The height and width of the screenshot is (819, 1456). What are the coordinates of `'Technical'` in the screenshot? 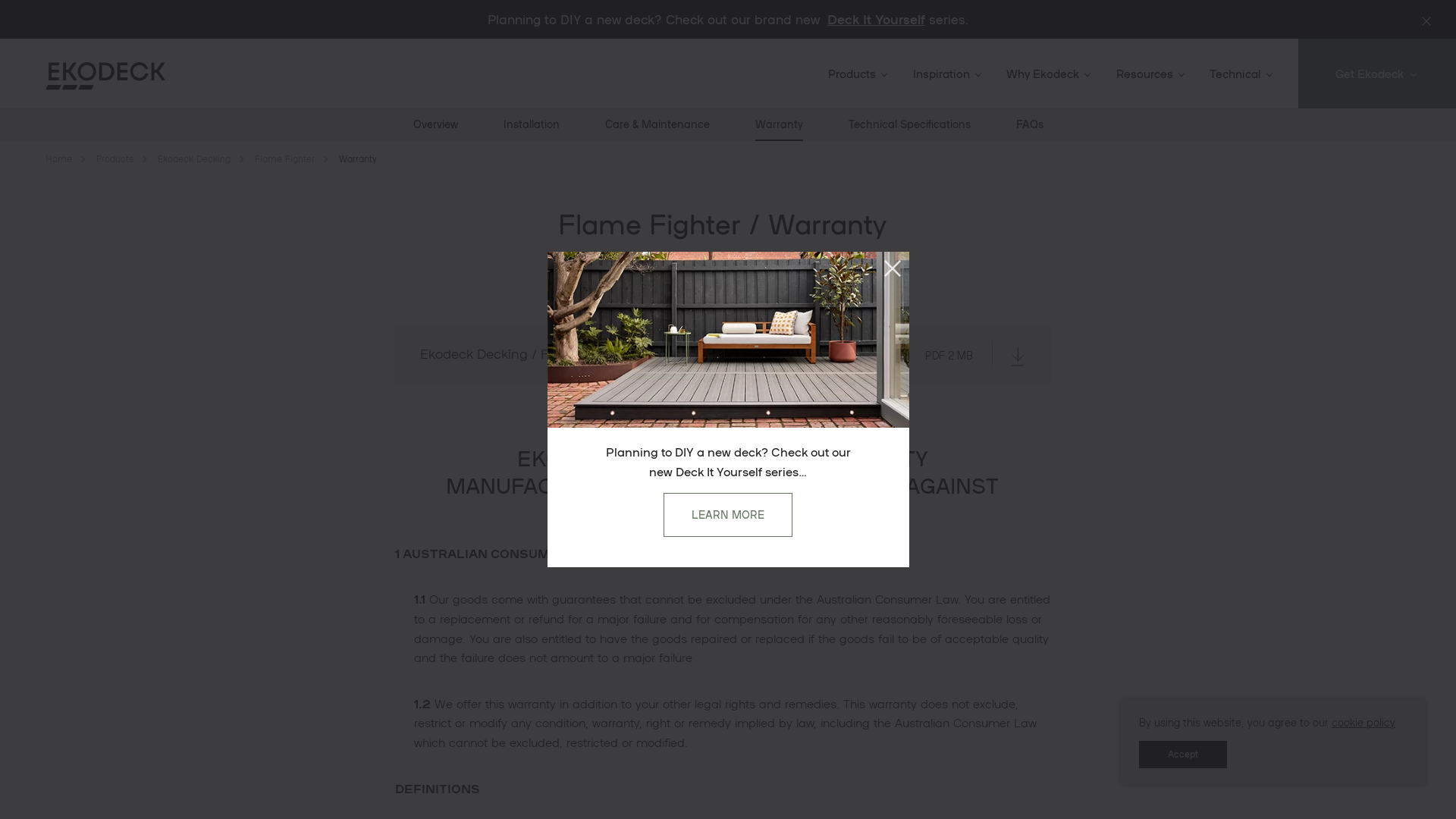 It's located at (1241, 73).